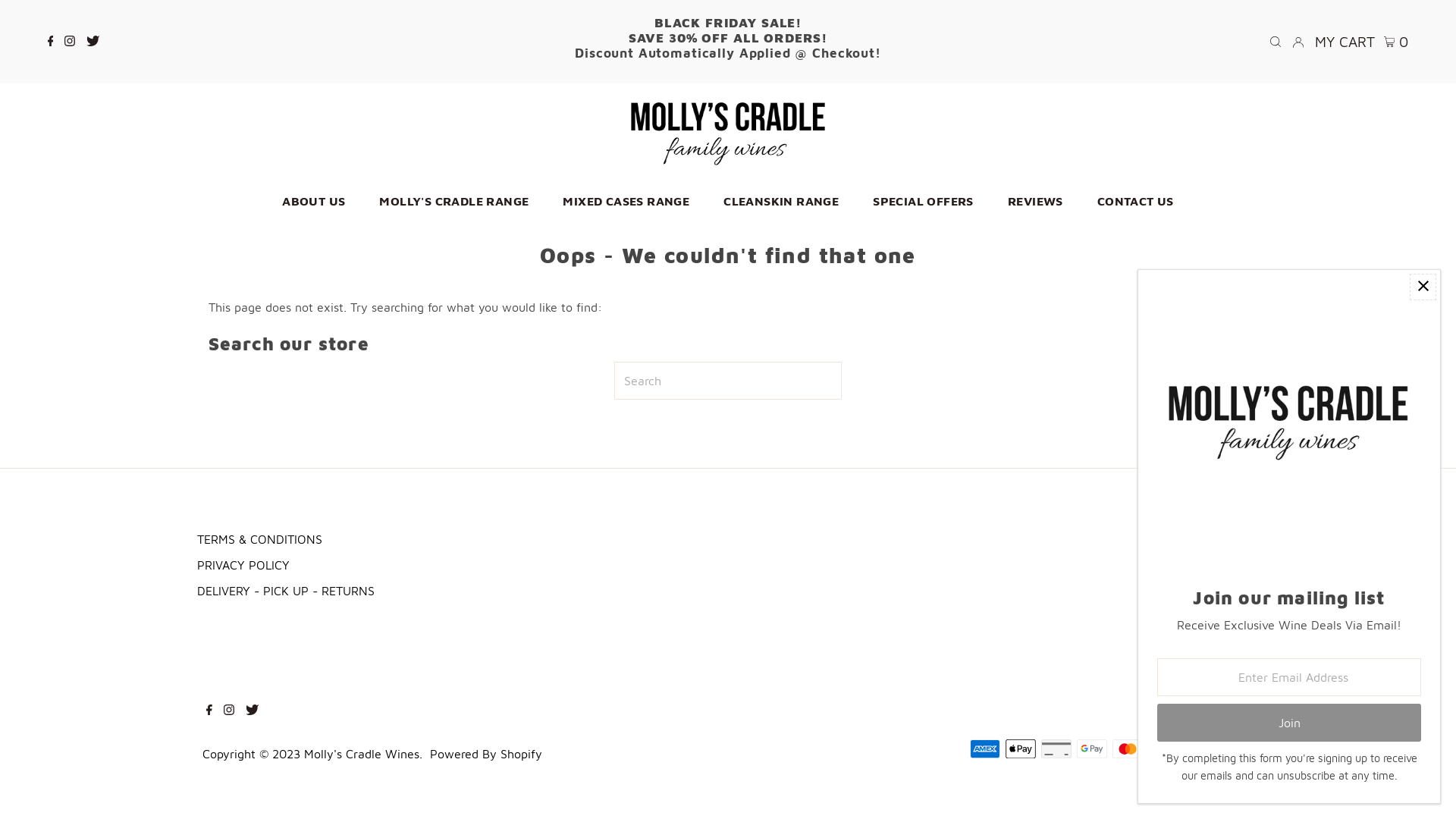 This screenshot has width=1456, height=819. I want to click on 'CLEANSKIN RANGE', so click(781, 200).